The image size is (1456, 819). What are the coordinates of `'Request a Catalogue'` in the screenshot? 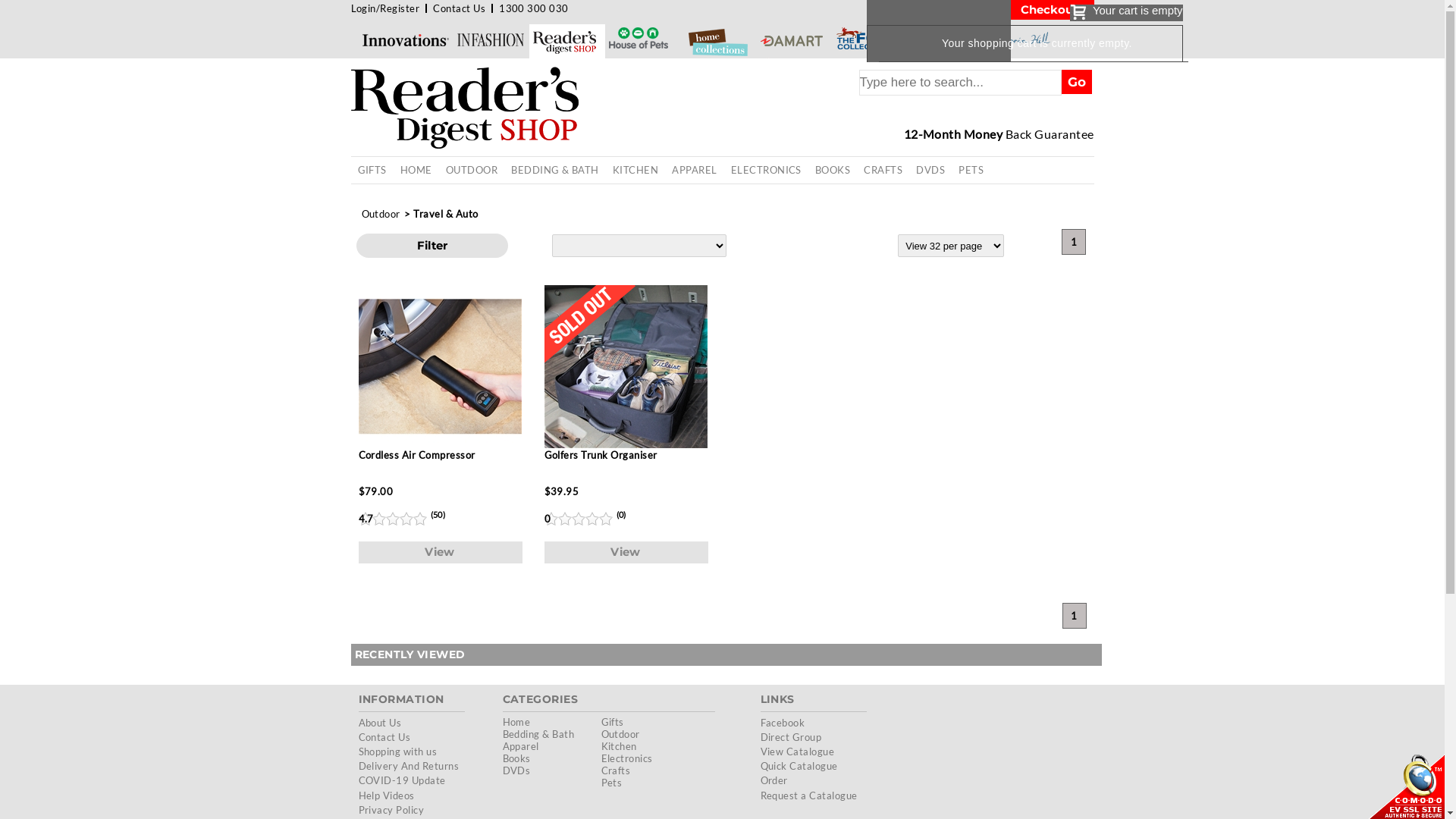 It's located at (807, 795).